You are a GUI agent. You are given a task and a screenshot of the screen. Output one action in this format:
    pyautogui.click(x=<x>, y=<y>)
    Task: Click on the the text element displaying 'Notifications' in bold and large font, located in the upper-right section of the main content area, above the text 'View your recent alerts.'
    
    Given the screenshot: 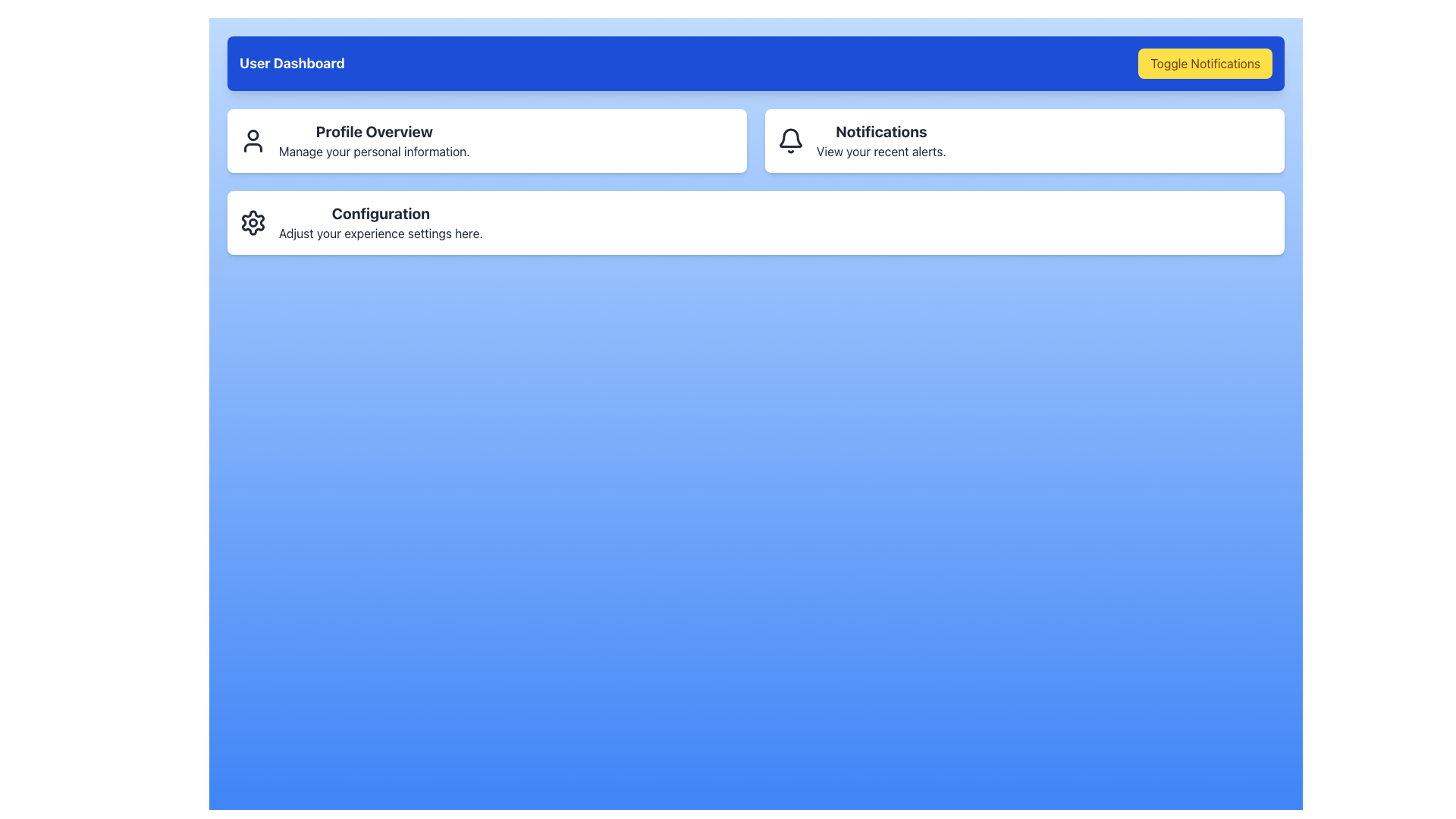 What is the action you would take?
    pyautogui.click(x=881, y=130)
    